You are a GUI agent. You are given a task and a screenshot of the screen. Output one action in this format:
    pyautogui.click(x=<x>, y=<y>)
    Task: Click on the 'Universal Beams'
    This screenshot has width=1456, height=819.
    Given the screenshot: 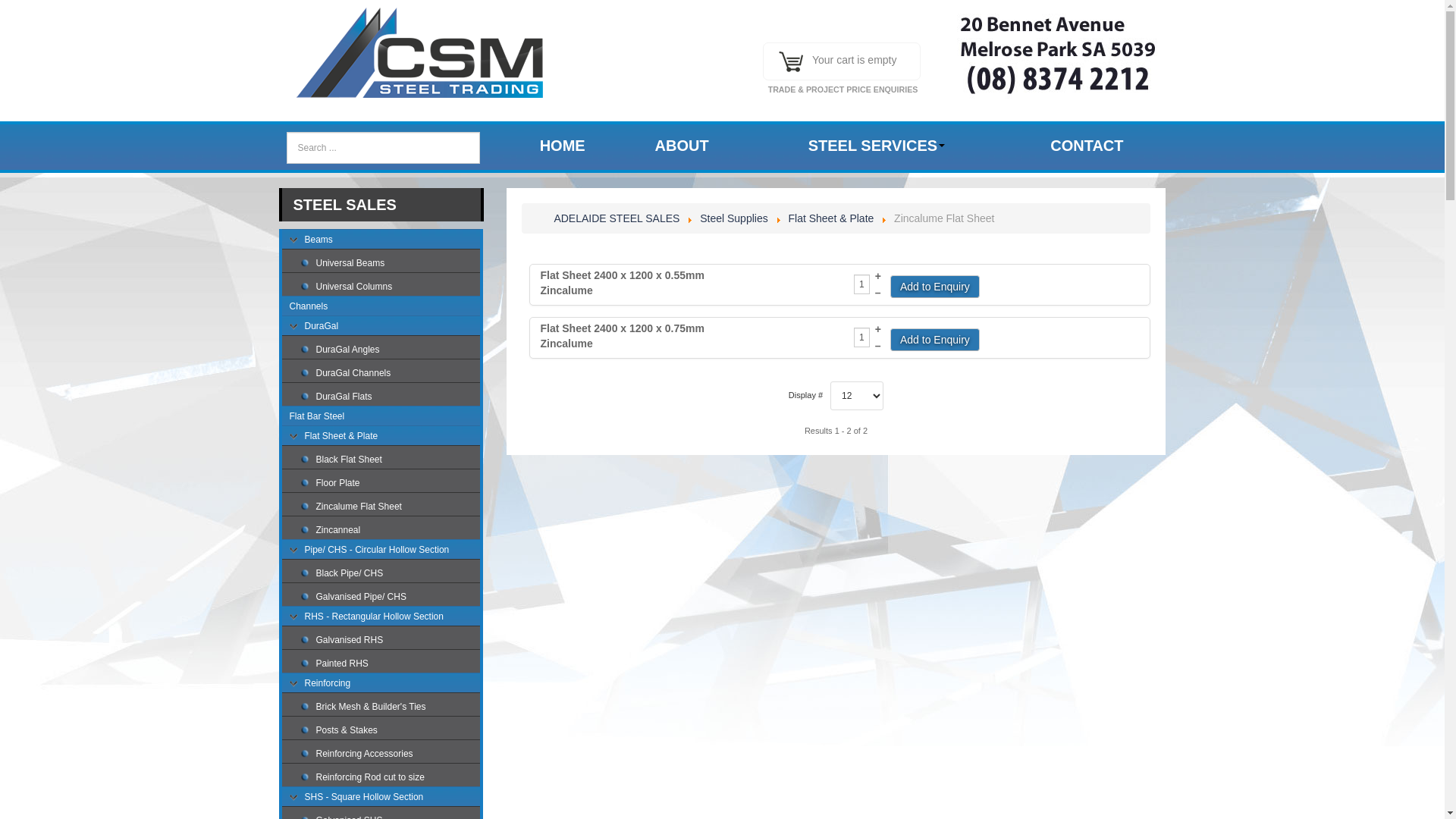 What is the action you would take?
    pyautogui.click(x=315, y=263)
    